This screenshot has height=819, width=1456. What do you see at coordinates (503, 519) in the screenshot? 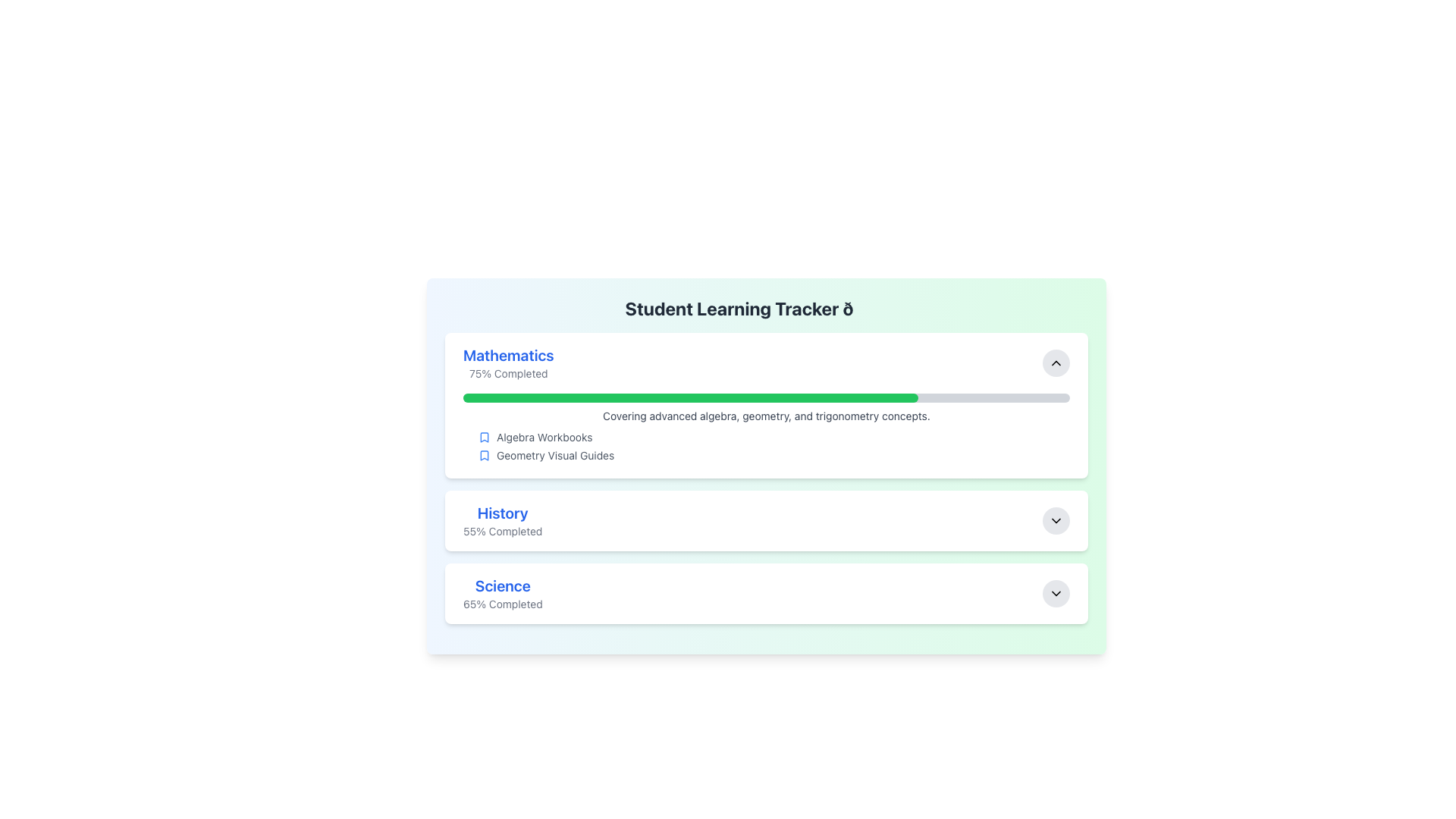
I see `text display showing 'History' and '55% Completed' to understand progress information` at bounding box center [503, 519].